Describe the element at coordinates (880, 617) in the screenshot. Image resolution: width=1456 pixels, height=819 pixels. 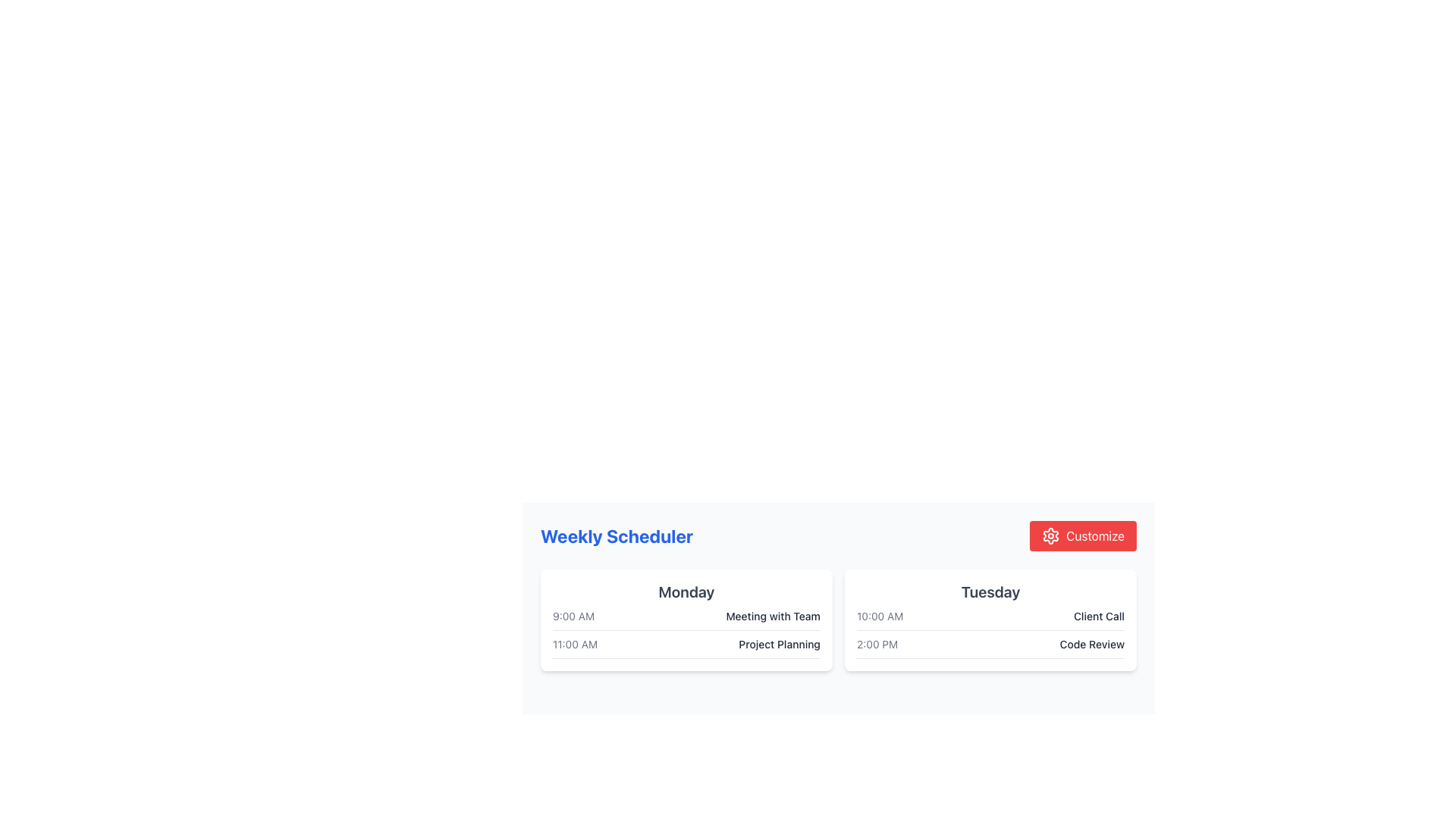
I see `the static text label indicating '10:00 AM' associated with 'Client Call' in the Tuesday column of the schedule layout` at that location.